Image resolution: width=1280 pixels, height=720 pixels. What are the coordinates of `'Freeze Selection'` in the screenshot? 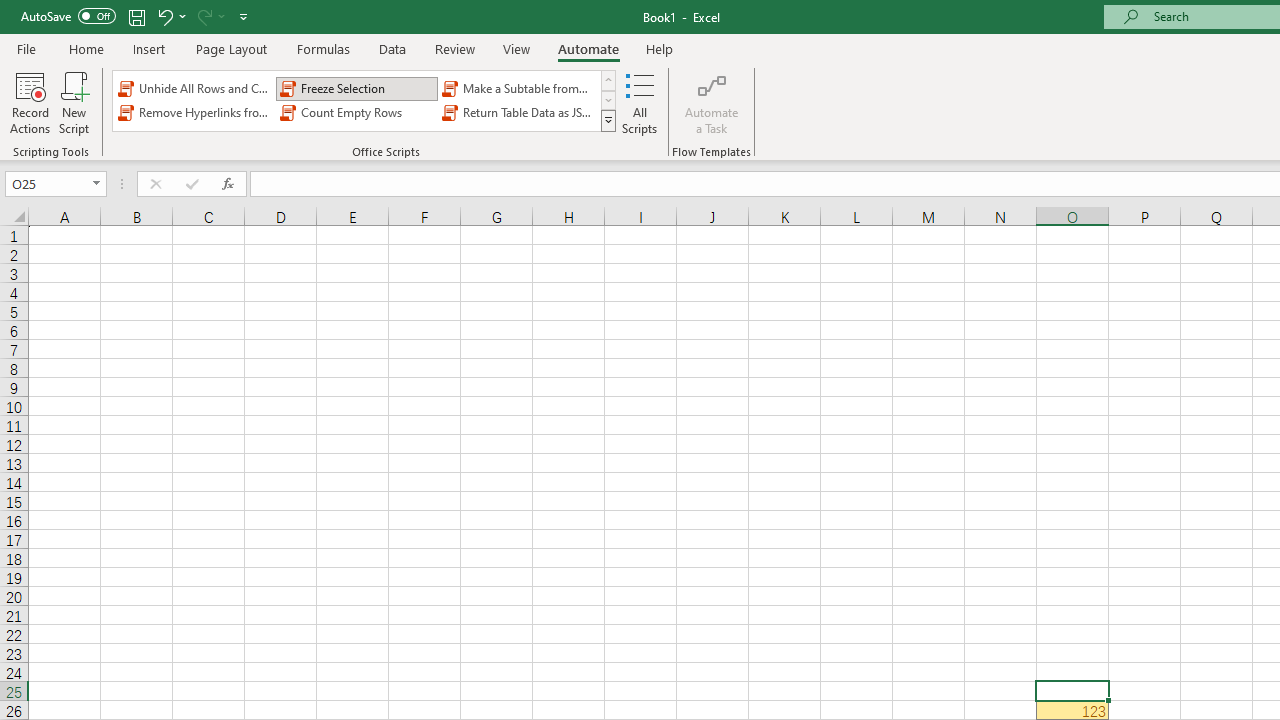 It's located at (357, 87).